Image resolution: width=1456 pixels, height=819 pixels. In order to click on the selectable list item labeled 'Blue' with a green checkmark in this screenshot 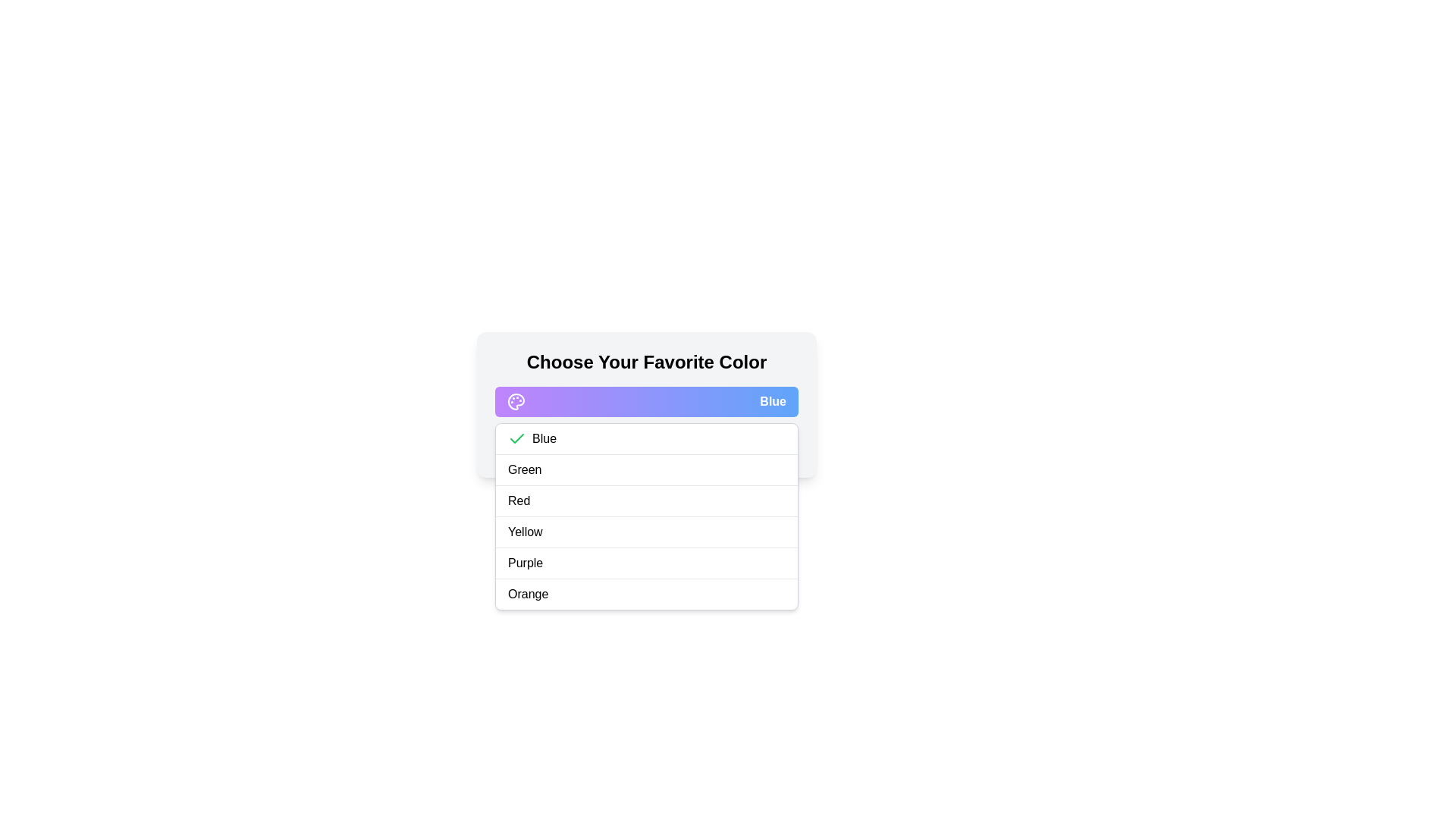, I will do `click(647, 438)`.